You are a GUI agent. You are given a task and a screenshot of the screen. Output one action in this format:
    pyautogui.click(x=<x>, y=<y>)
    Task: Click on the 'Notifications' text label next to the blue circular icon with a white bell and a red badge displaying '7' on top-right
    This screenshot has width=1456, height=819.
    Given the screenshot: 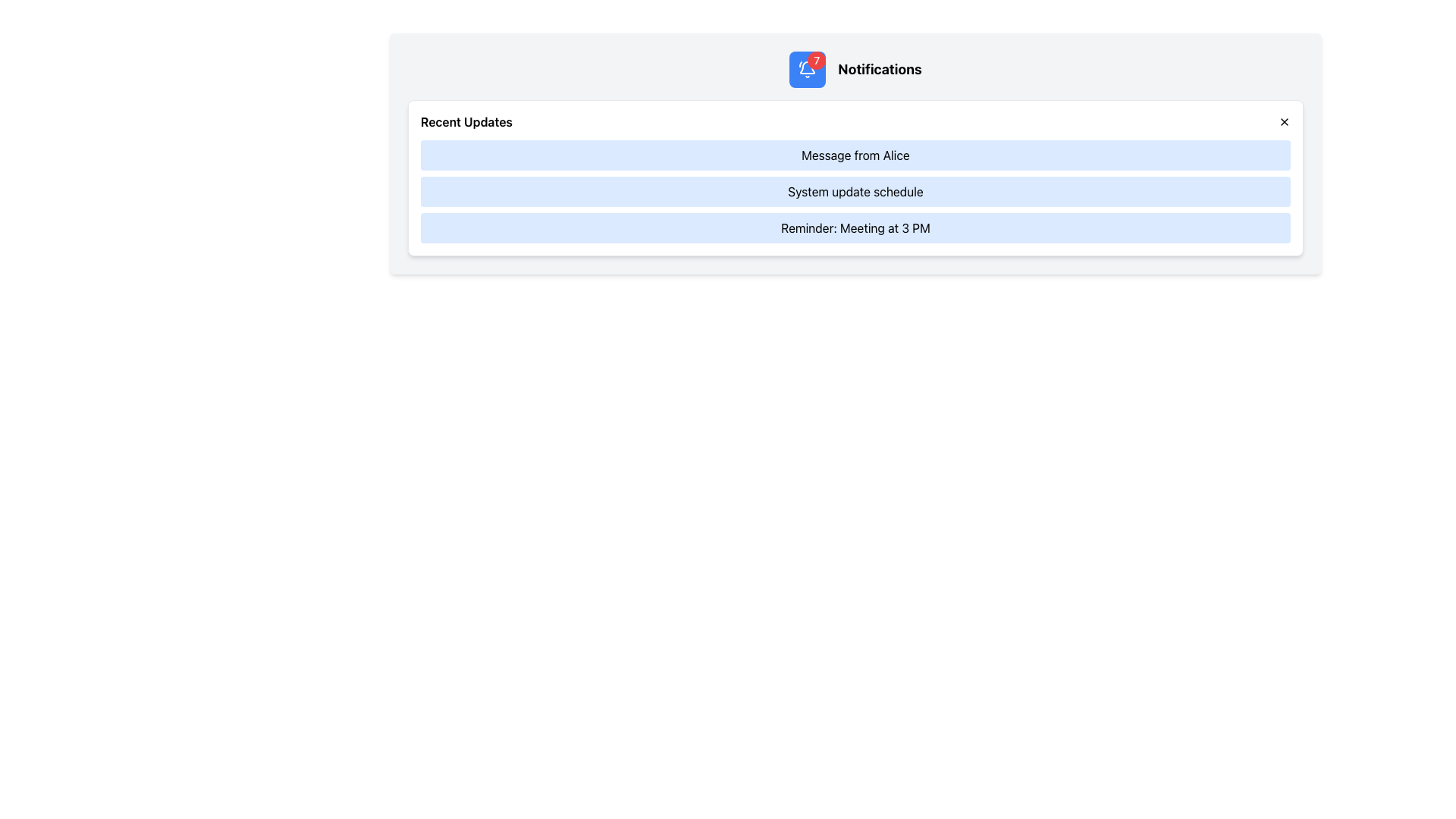 What is the action you would take?
    pyautogui.click(x=855, y=70)
    